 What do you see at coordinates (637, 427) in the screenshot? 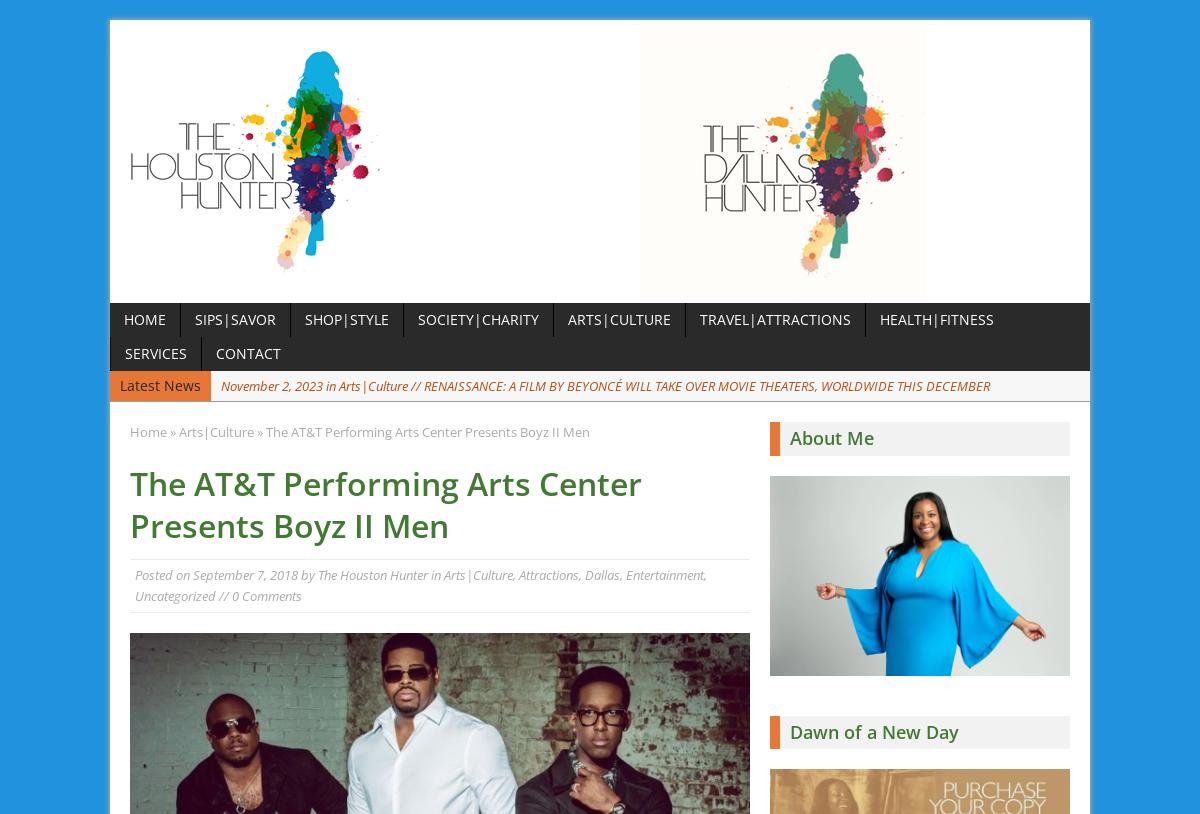
I see `'Foodies and Food Lovers are Invited to Sign up for Chef Sharon’s Favorite Things: A Dallas Arboretum Food & Wine Festival Event on Nov. 28'` at bounding box center [637, 427].